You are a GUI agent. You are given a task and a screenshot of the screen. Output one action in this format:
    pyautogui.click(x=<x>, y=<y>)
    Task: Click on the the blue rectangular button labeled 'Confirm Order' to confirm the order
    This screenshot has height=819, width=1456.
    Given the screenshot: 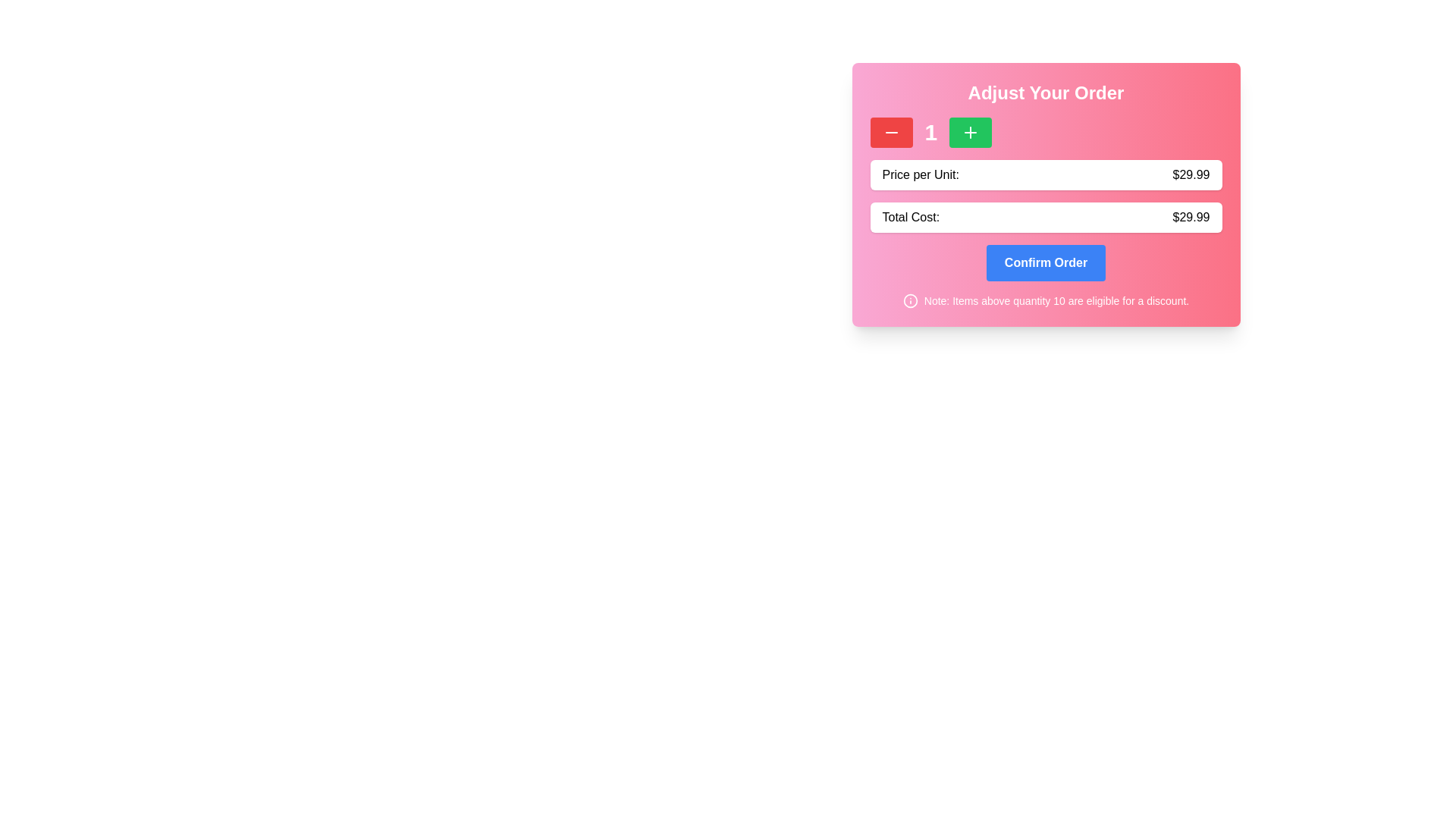 What is the action you would take?
    pyautogui.click(x=1045, y=262)
    